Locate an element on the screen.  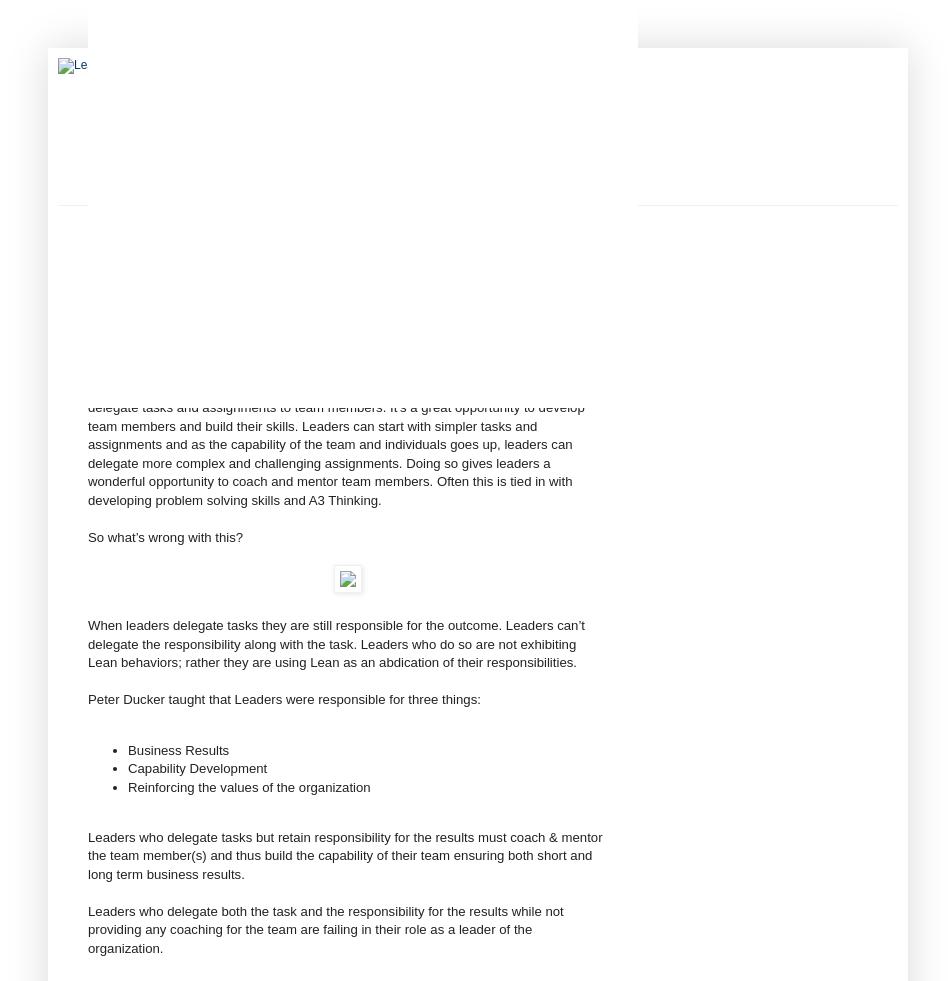
'Capability Development' is located at coordinates (126, 768).